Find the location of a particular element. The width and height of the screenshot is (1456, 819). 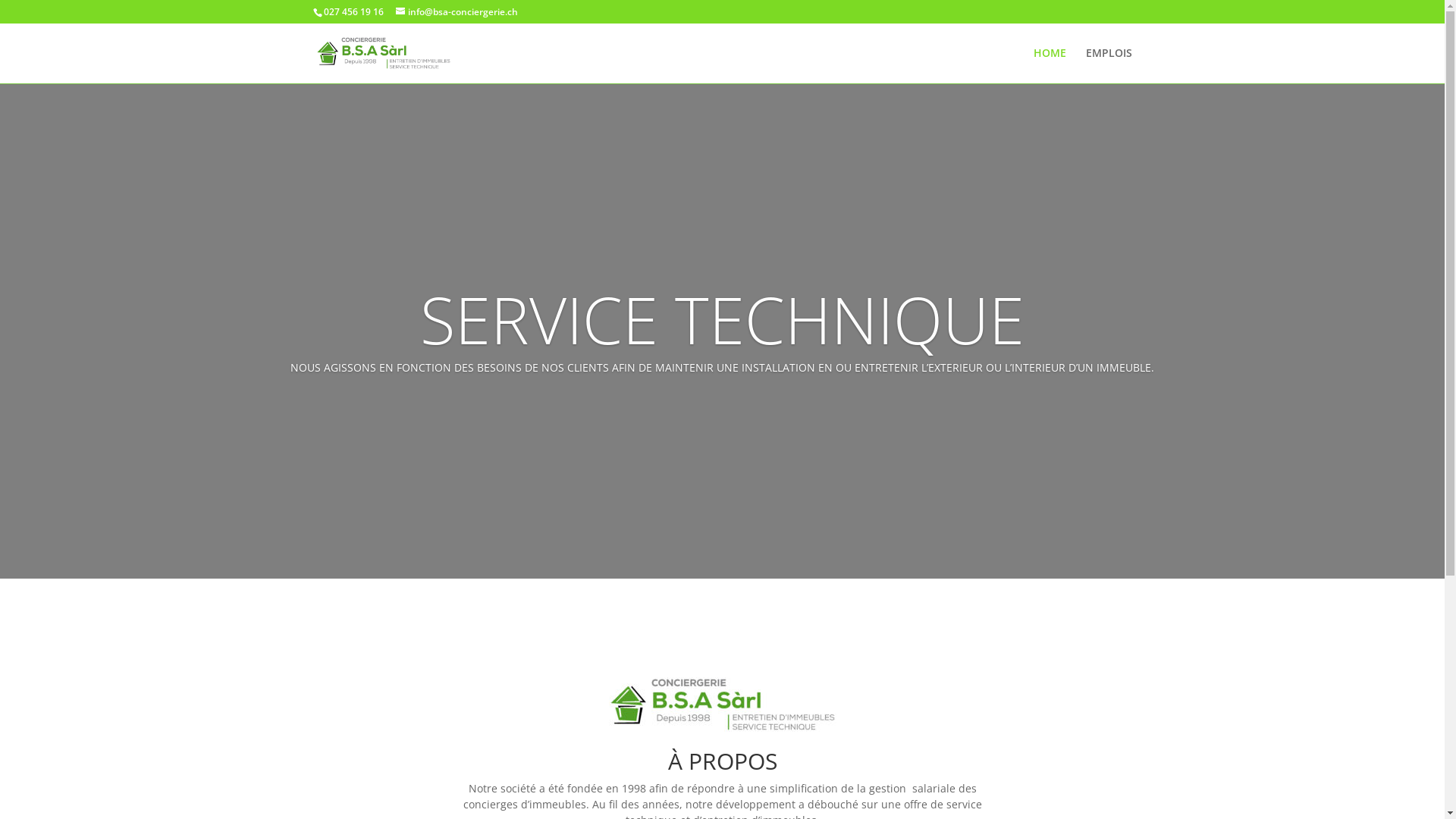

'SERVICE TECHNIQUE' is located at coordinates (721, 318).